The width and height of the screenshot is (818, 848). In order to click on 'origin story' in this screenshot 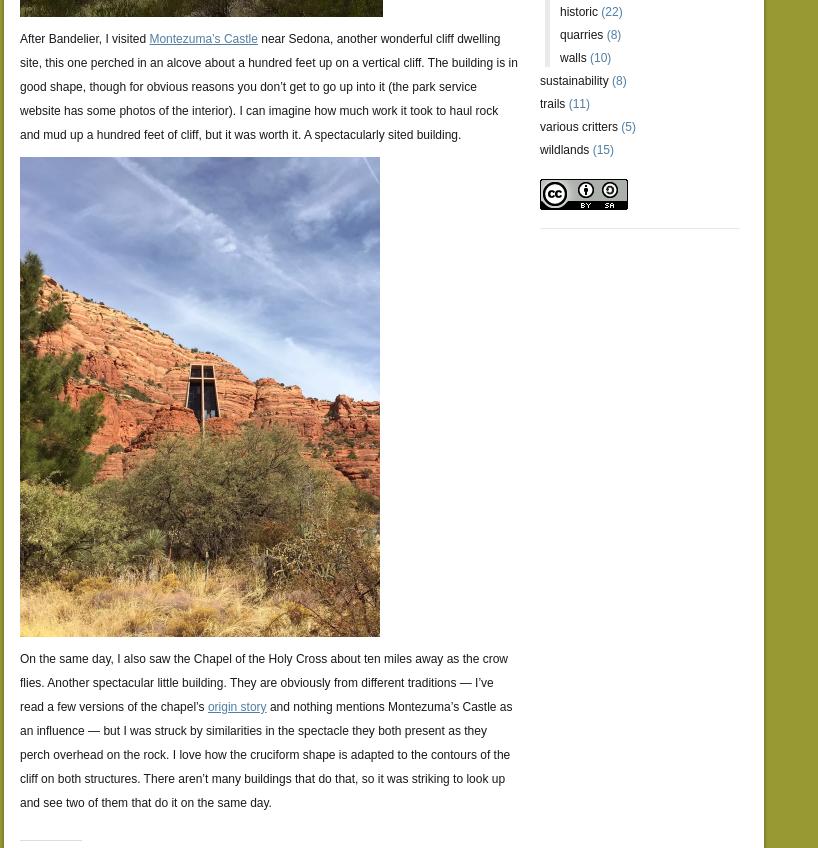, I will do `click(236, 706)`.